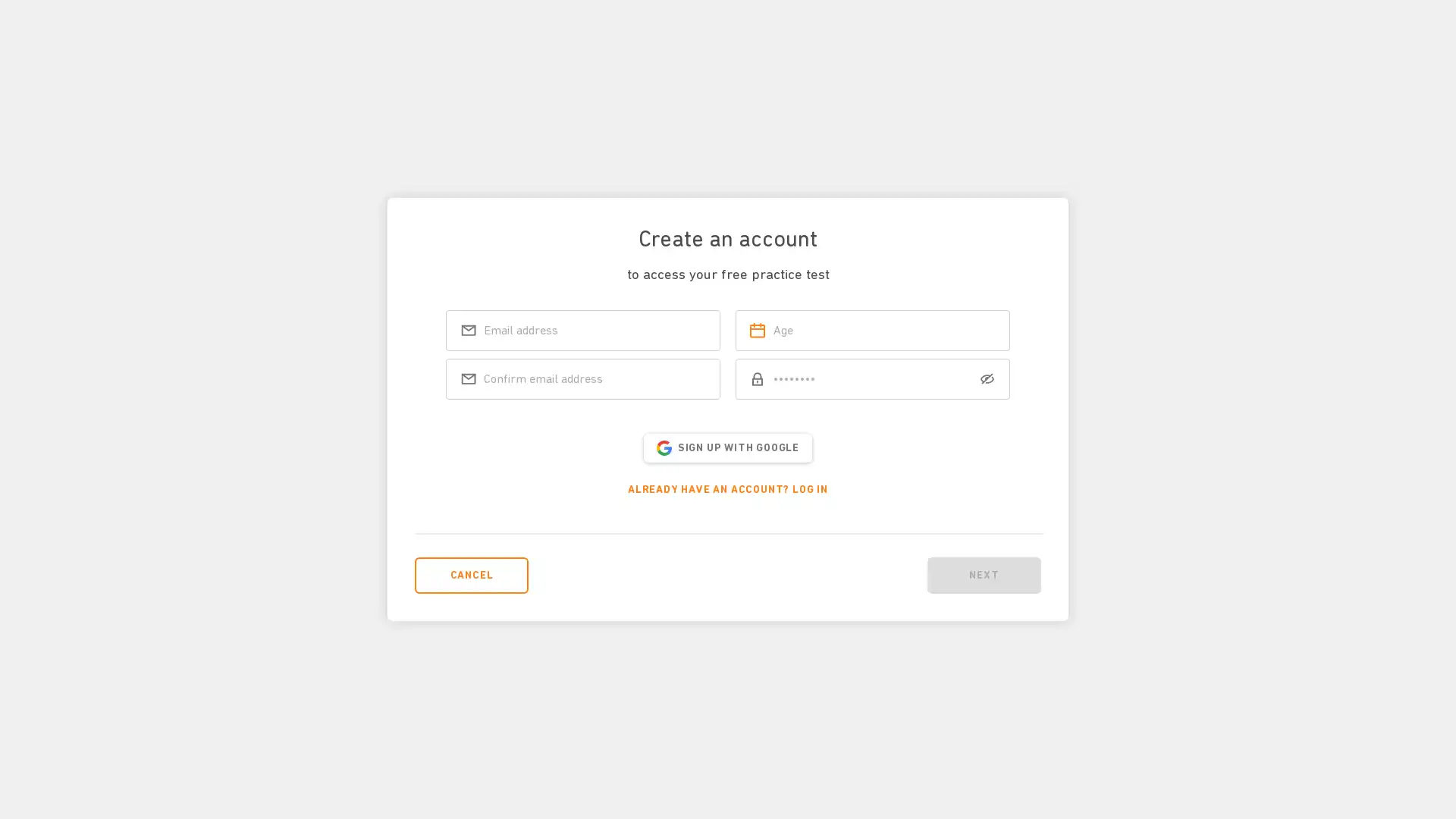  Describe the element at coordinates (471, 575) in the screenshot. I see `CANCEL` at that location.